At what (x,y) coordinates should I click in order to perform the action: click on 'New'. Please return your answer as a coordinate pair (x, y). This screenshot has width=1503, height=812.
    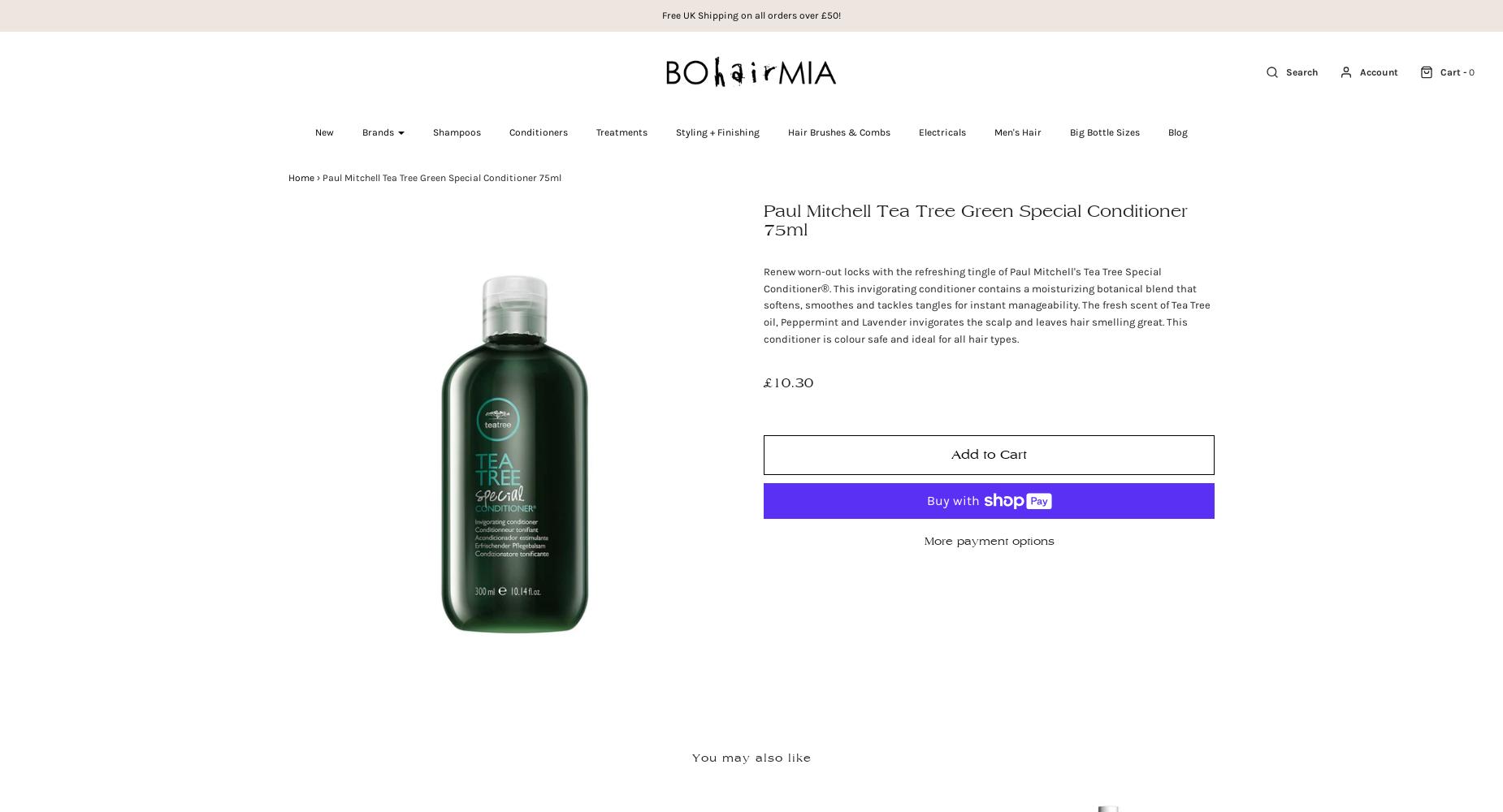
    Looking at the image, I should click on (323, 132).